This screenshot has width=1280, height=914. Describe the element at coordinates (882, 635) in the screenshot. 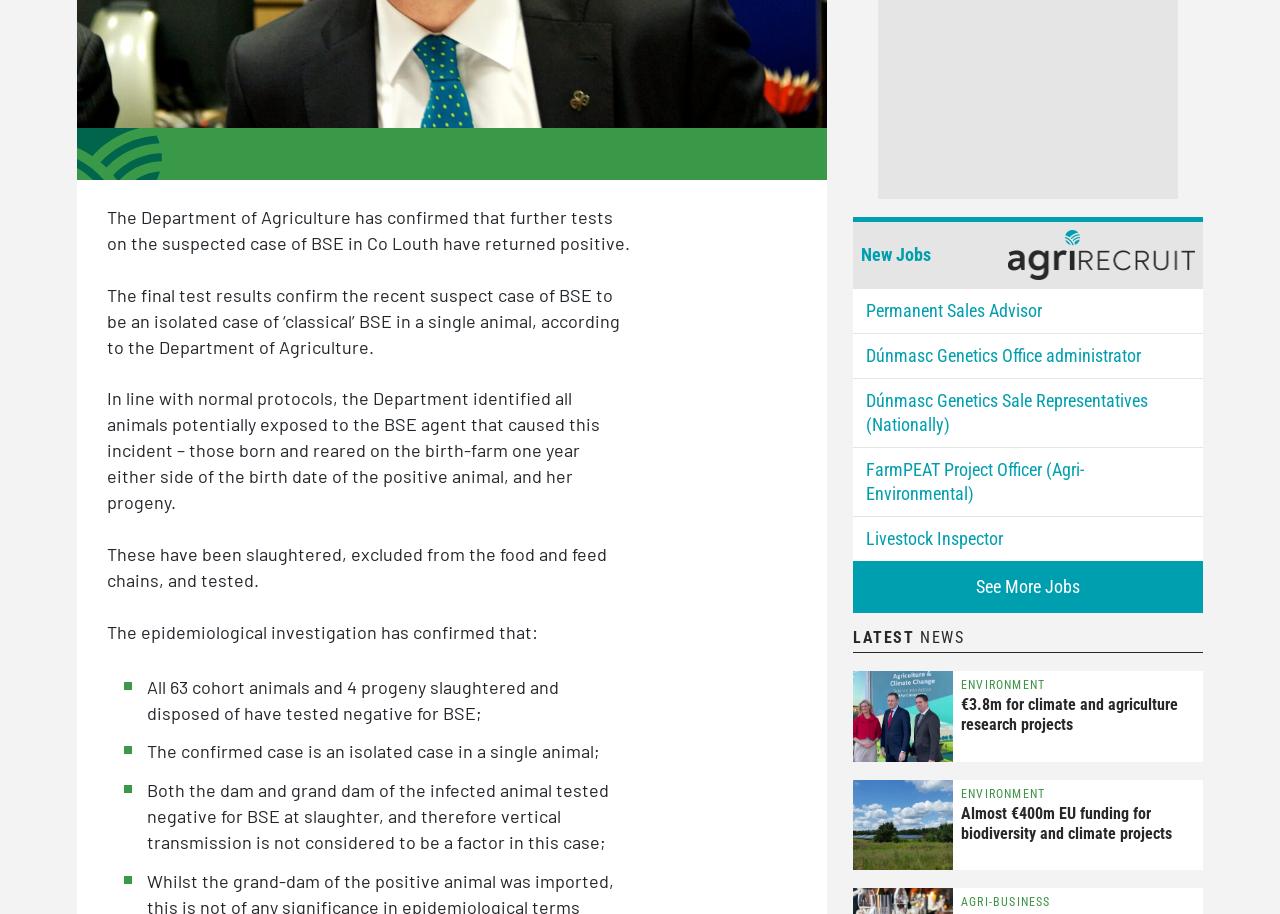

I see `'Latest'` at that location.